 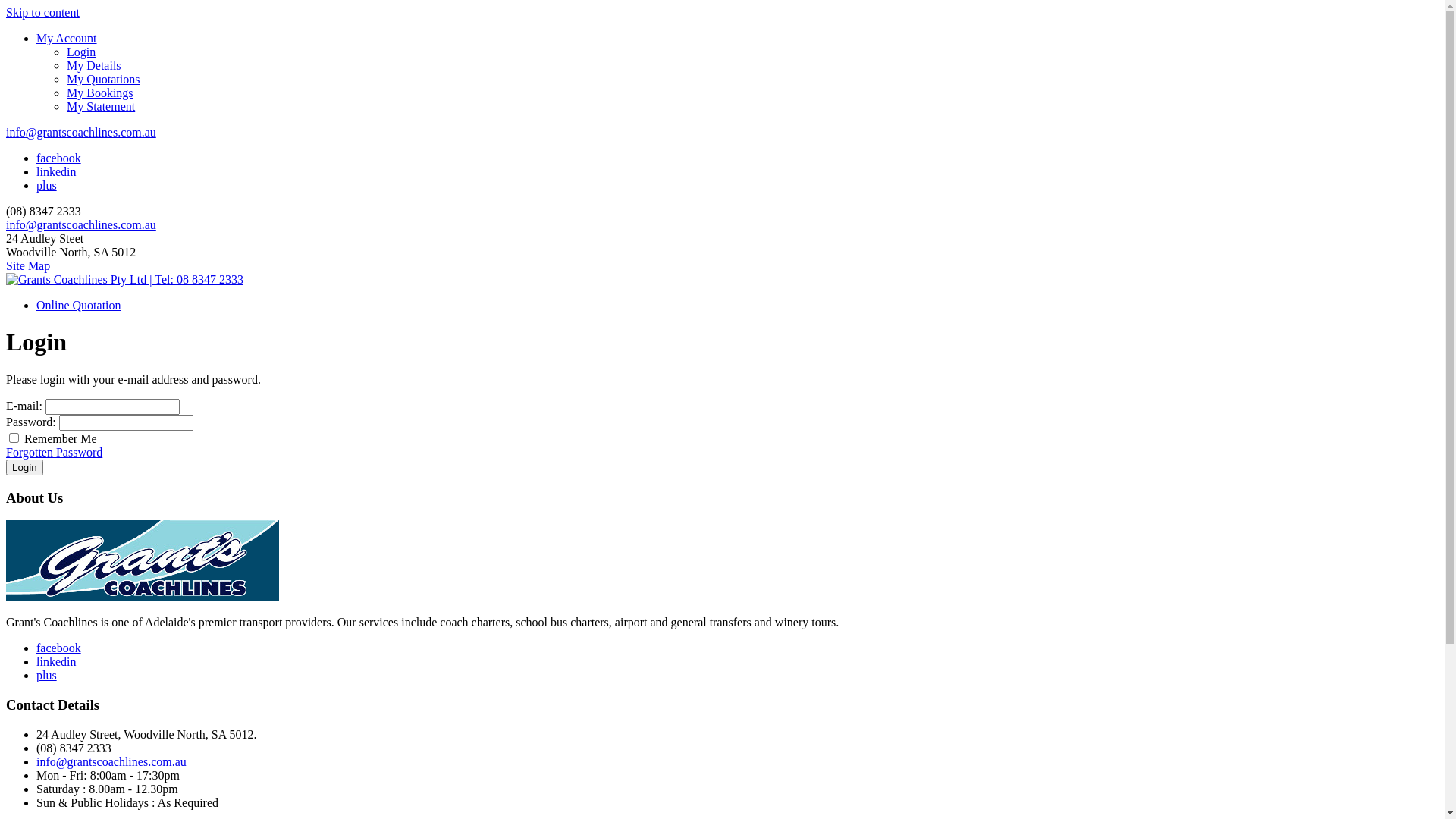 What do you see at coordinates (54, 451) in the screenshot?
I see `'Forgotten Password'` at bounding box center [54, 451].